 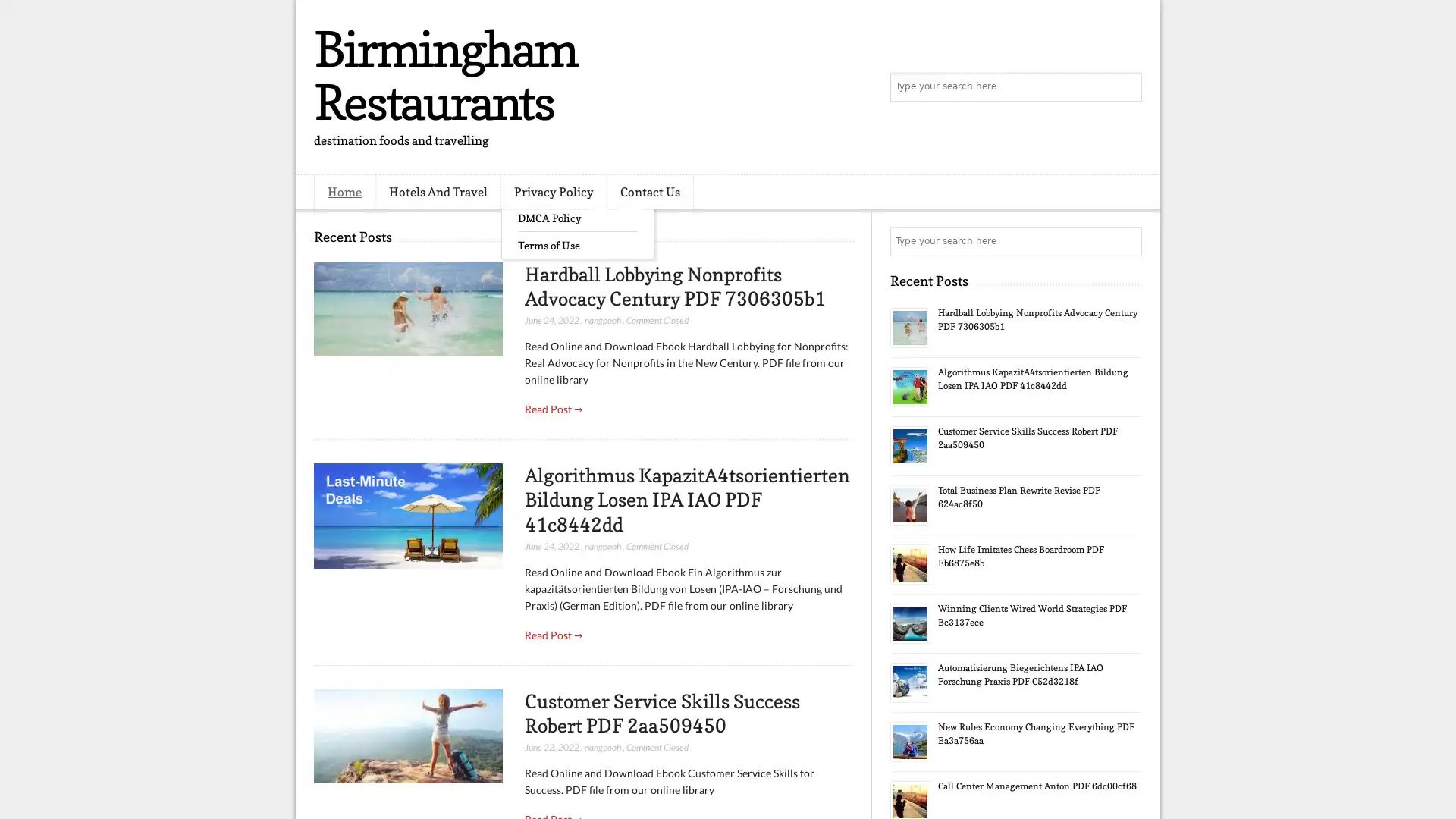 What do you see at coordinates (1126, 241) in the screenshot?
I see `Search` at bounding box center [1126, 241].